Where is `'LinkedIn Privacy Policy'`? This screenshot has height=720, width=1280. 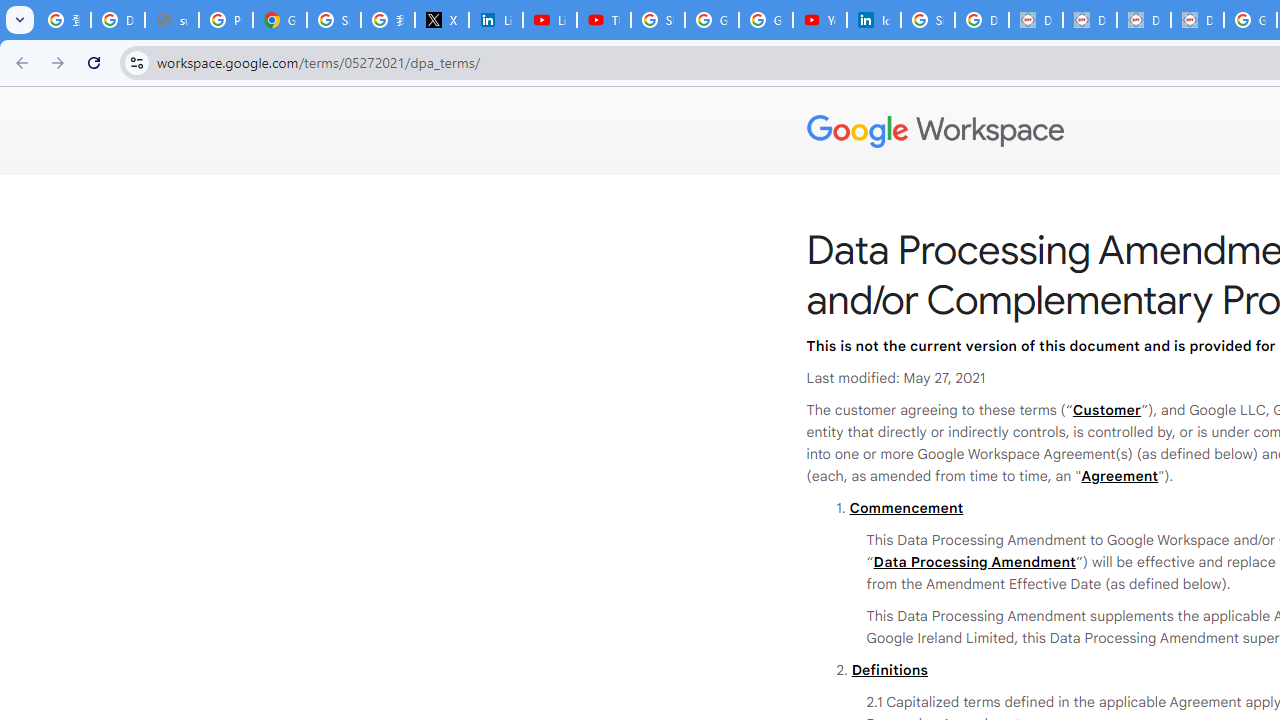 'LinkedIn Privacy Policy' is located at coordinates (496, 20).